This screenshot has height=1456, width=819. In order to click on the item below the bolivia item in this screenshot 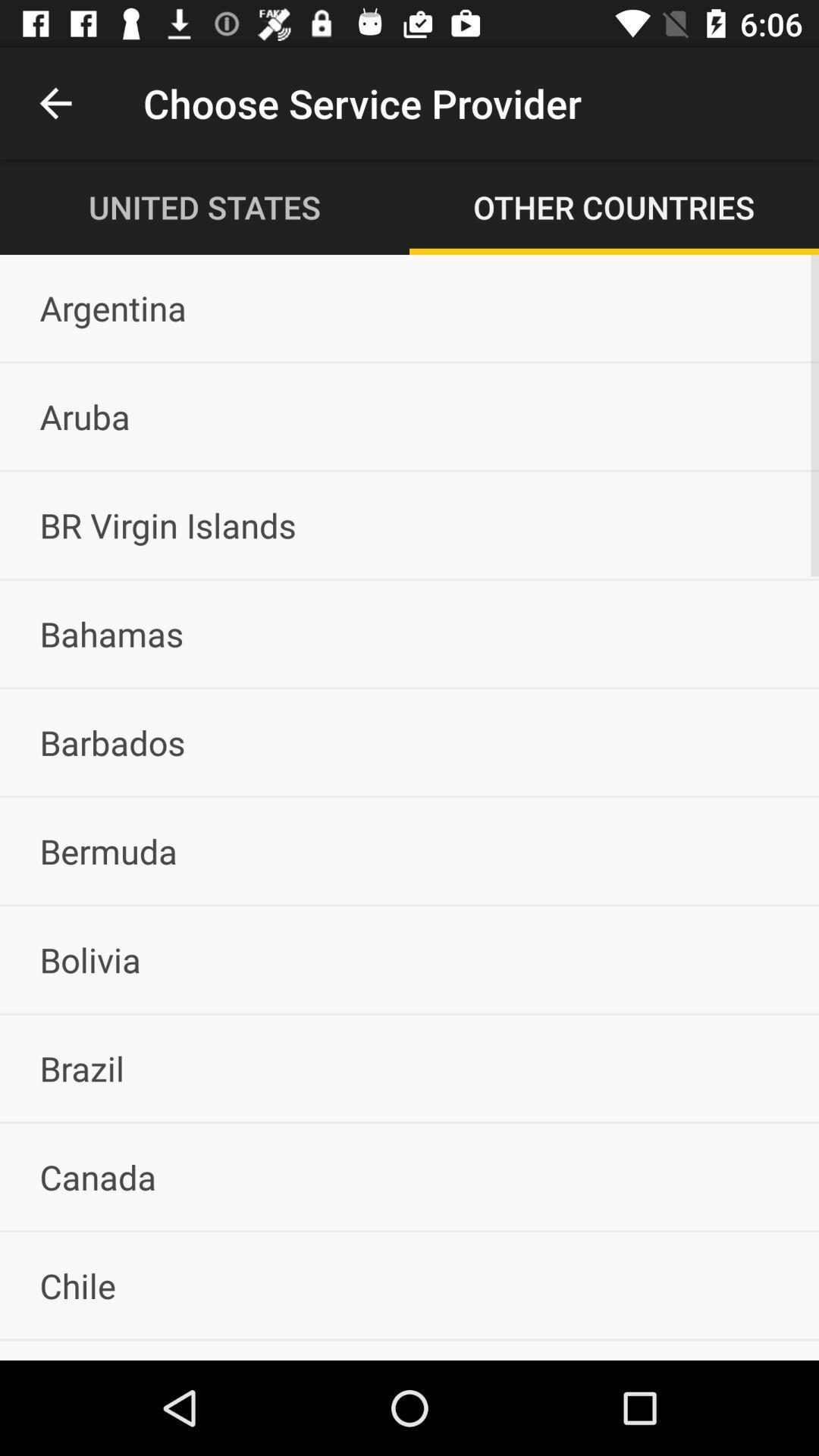, I will do `click(409, 1067)`.